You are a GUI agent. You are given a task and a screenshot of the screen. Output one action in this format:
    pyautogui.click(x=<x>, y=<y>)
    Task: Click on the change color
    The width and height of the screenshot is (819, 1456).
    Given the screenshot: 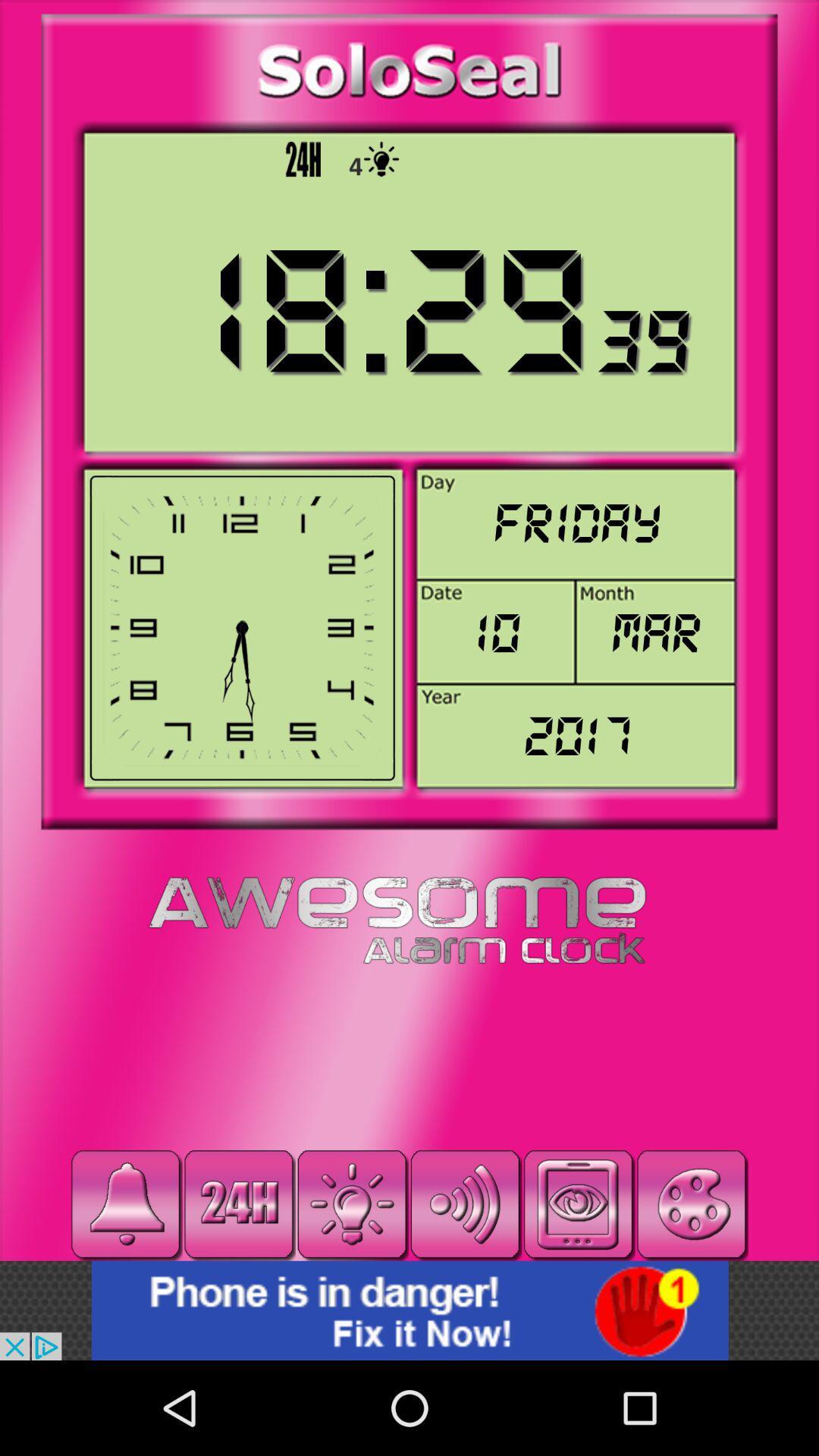 What is the action you would take?
    pyautogui.click(x=692, y=1203)
    